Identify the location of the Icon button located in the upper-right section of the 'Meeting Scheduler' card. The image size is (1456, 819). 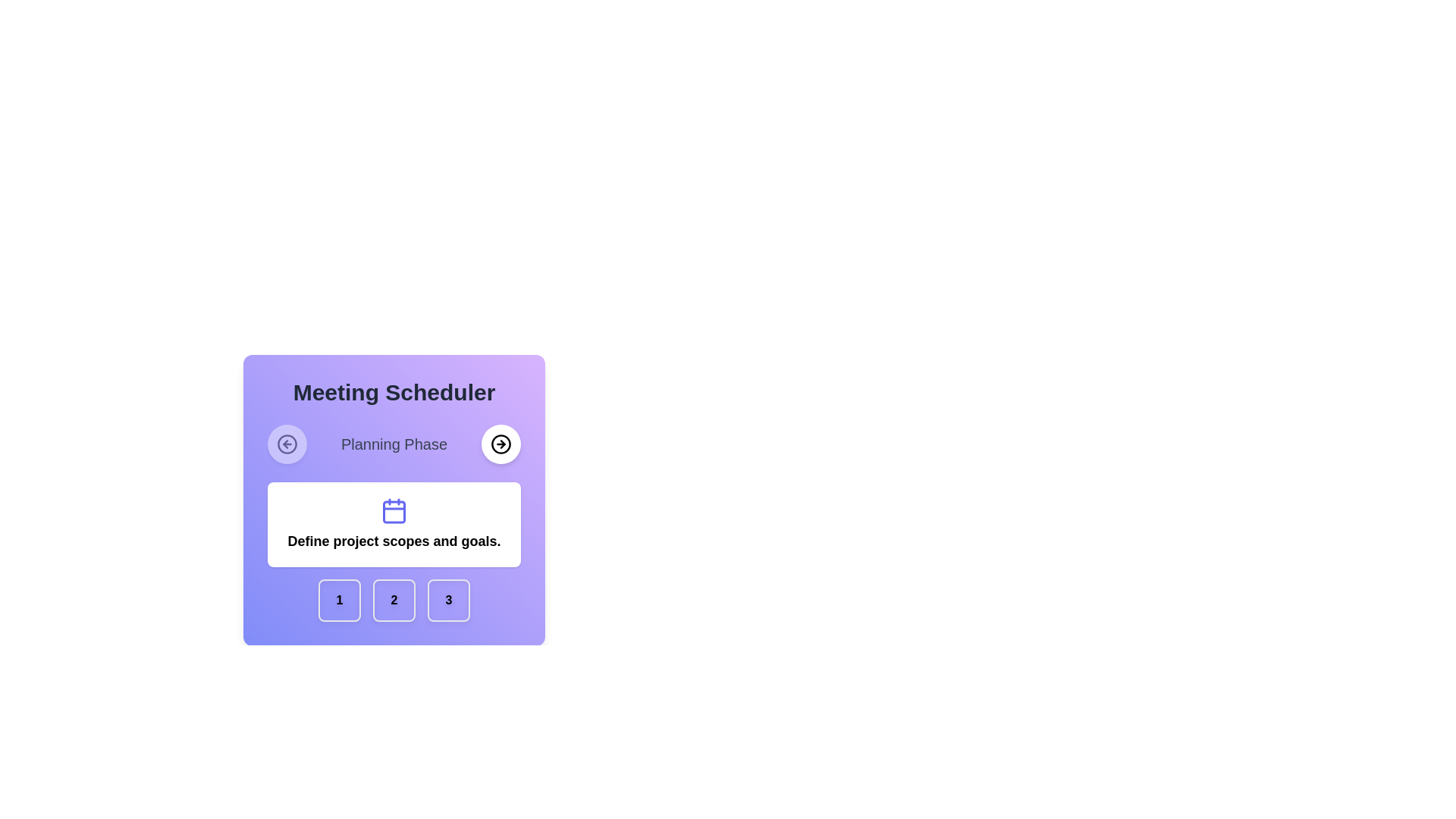
(287, 444).